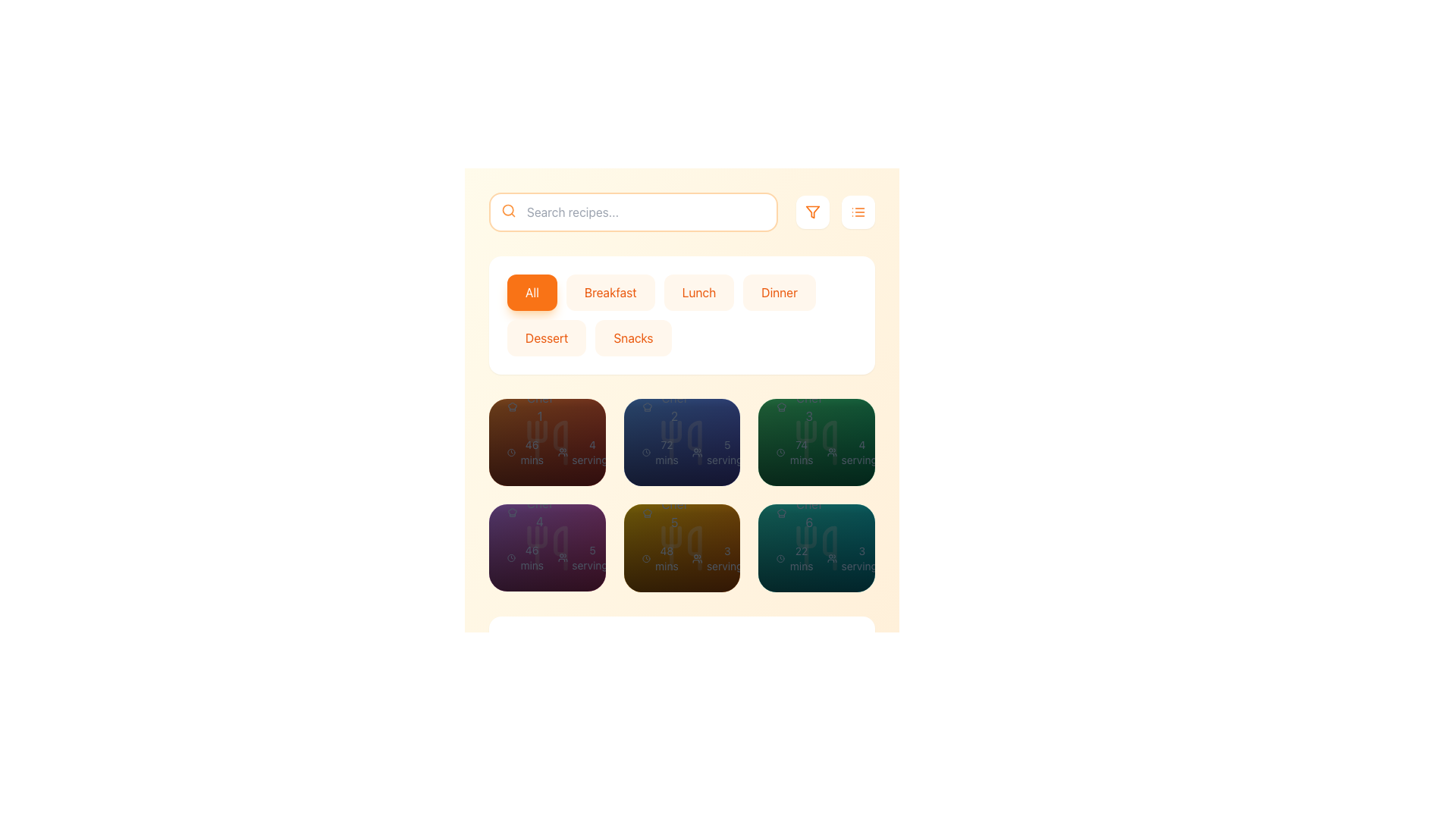 The width and height of the screenshot is (1456, 819). What do you see at coordinates (800, 491) in the screenshot?
I see `Text Label element displaying 'Recipe 6' and 'Chef 6' located in the middle row of the grid layout, specifically in the rightmost position of the recipe cards` at bounding box center [800, 491].